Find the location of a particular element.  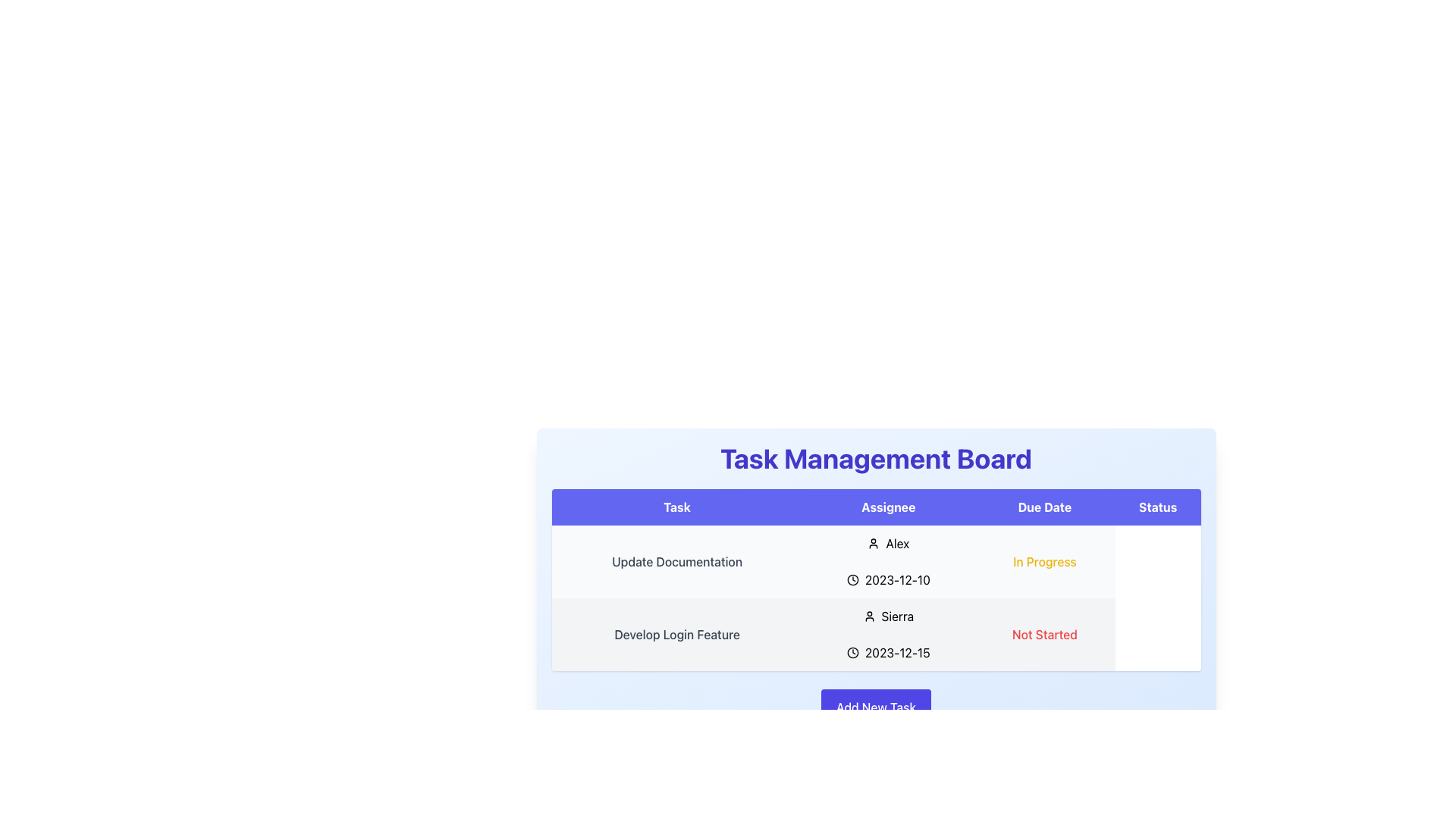

the 'Sierra' text element with the user profile icon in the 'Assignee' column of the task management table for the 'Develop Login Feature' task is located at coordinates (888, 617).